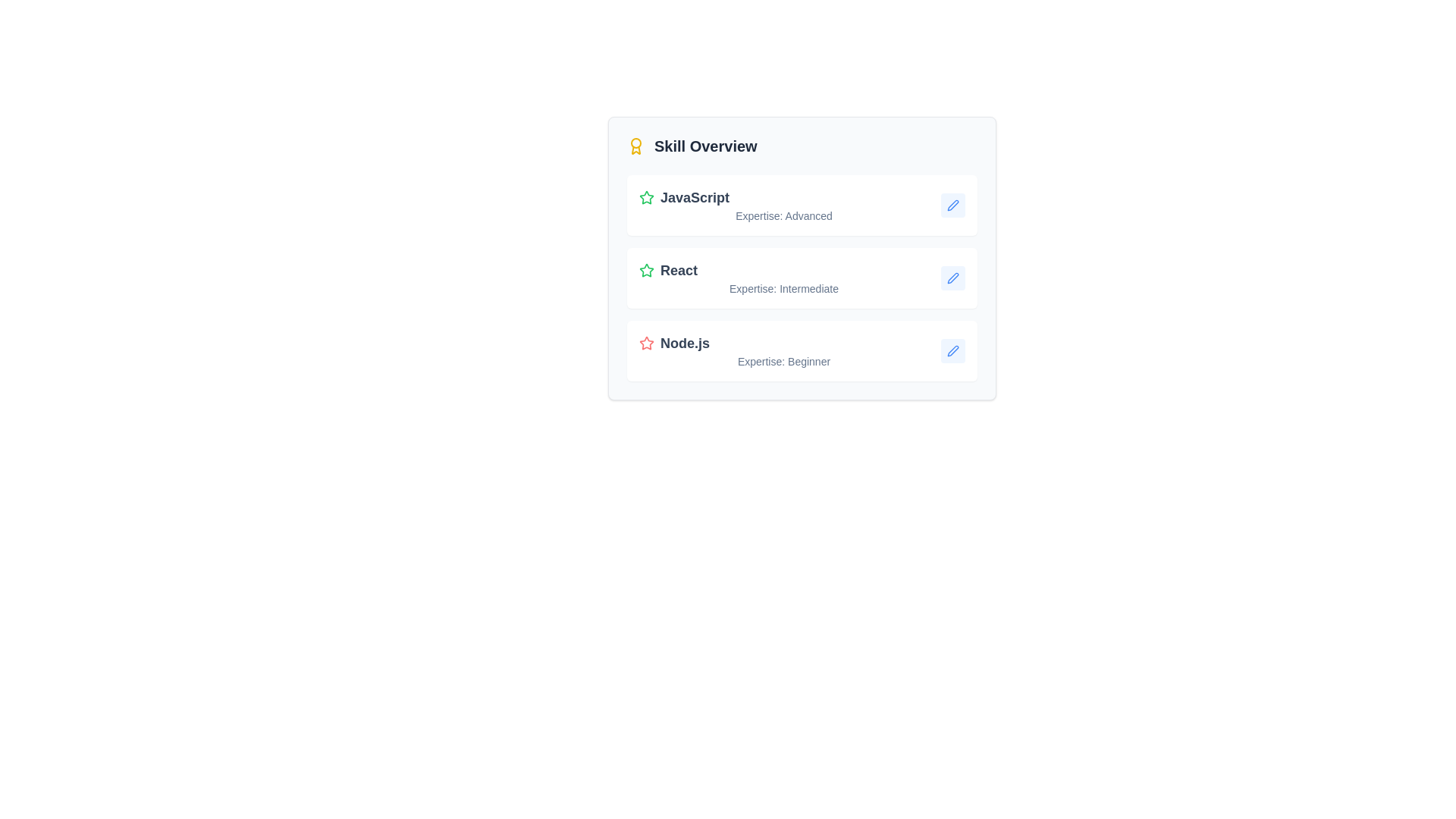 The width and height of the screenshot is (1456, 819). Describe the element at coordinates (647, 343) in the screenshot. I see `the distinctive red star icon located to the left of the Node.js skill in the Skill Overview section` at that location.